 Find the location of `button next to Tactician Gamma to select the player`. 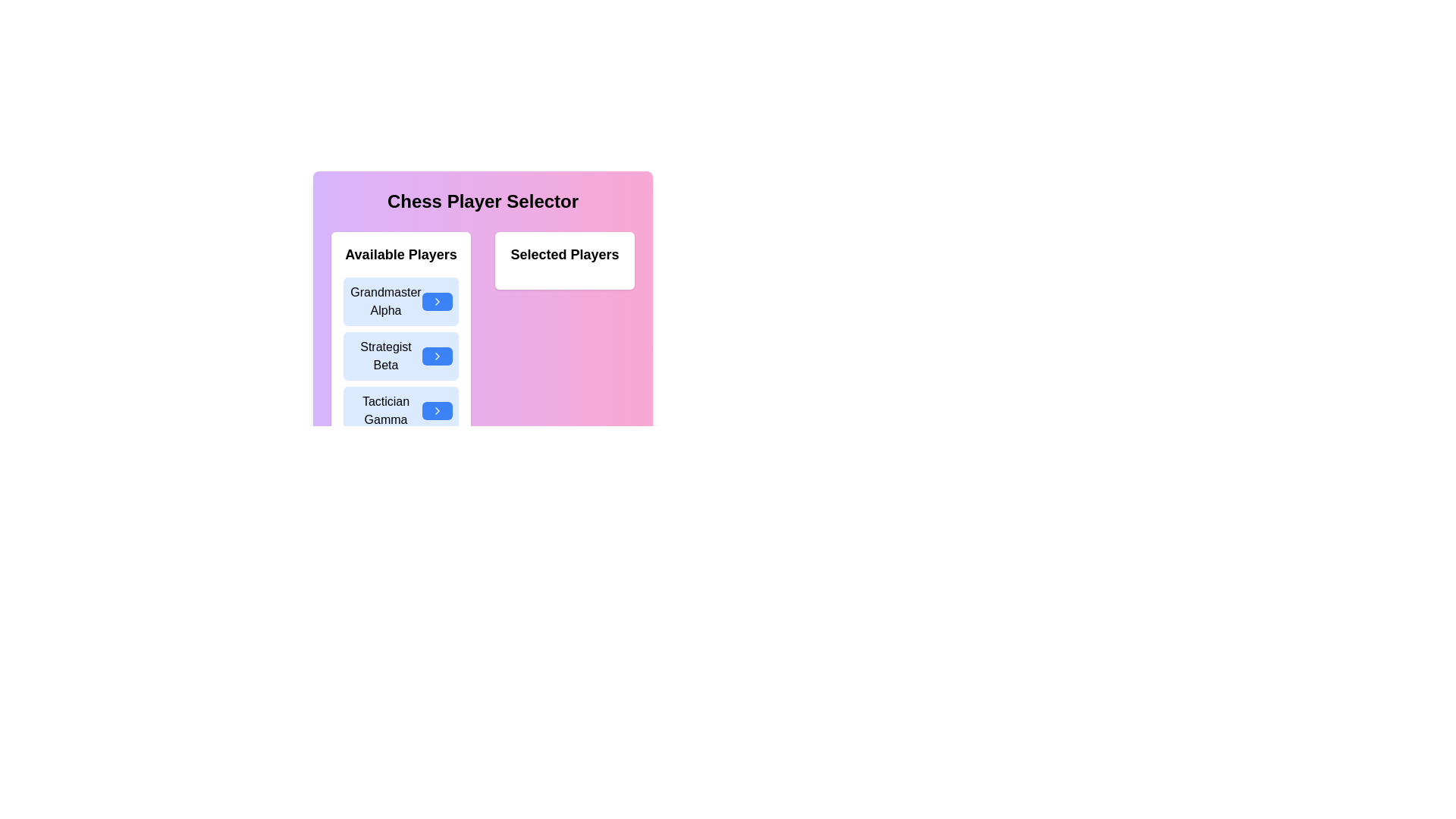

button next to Tactician Gamma to select the player is located at coordinates (436, 411).